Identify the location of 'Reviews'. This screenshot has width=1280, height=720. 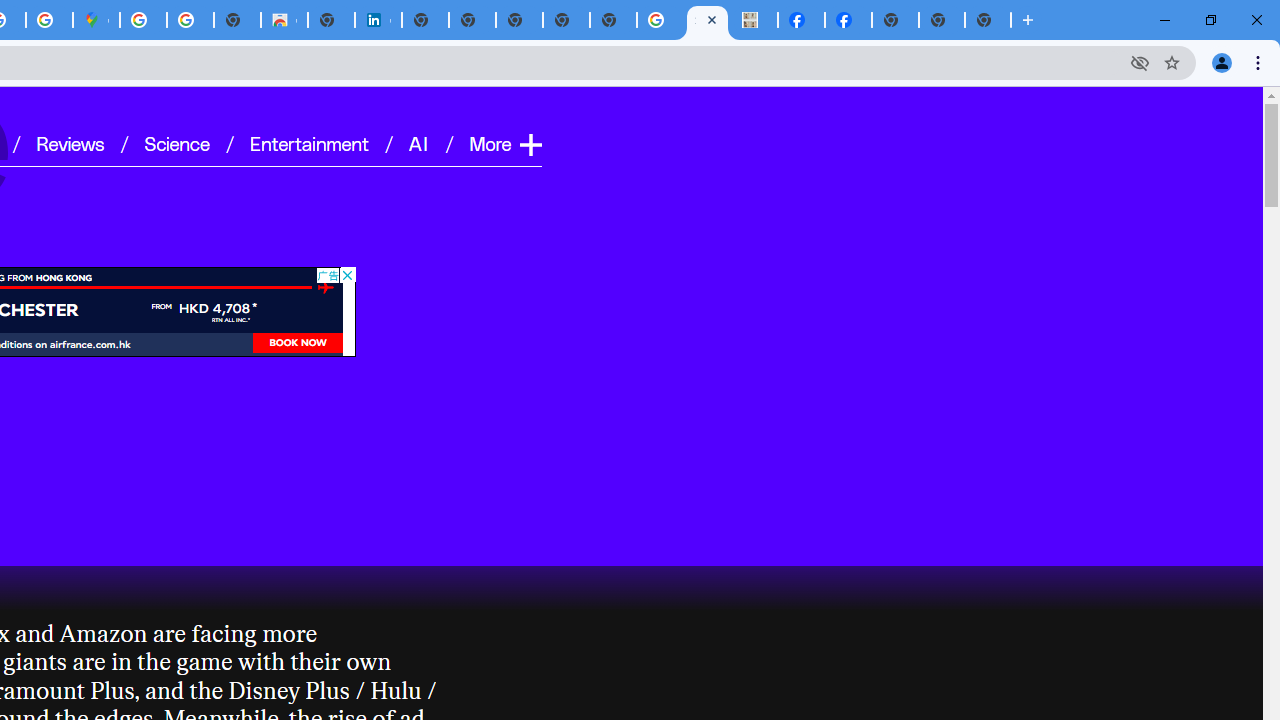
(70, 141).